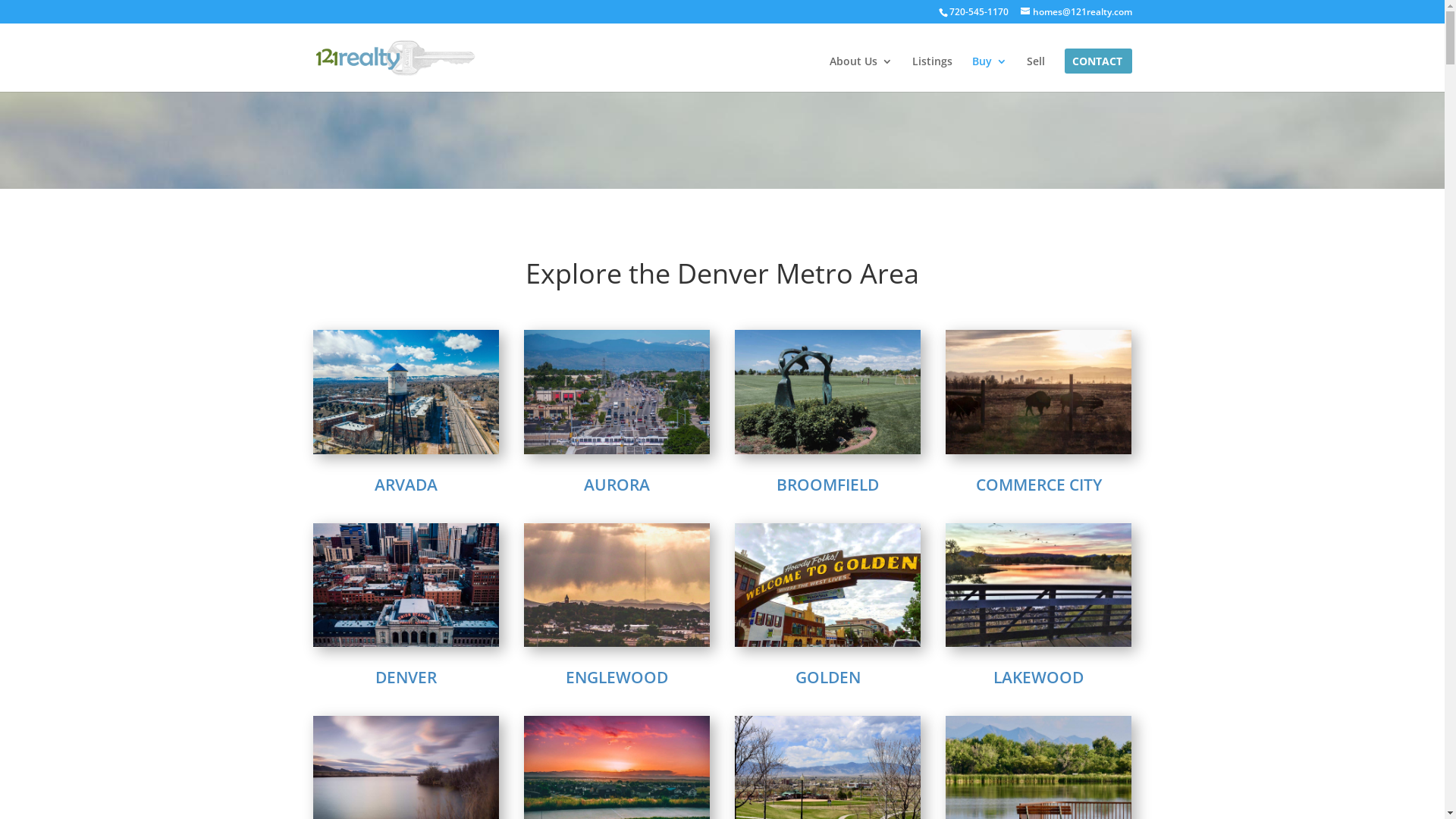 This screenshot has height=819, width=1456. What do you see at coordinates (829, 74) in the screenshot?
I see `'About Us'` at bounding box center [829, 74].